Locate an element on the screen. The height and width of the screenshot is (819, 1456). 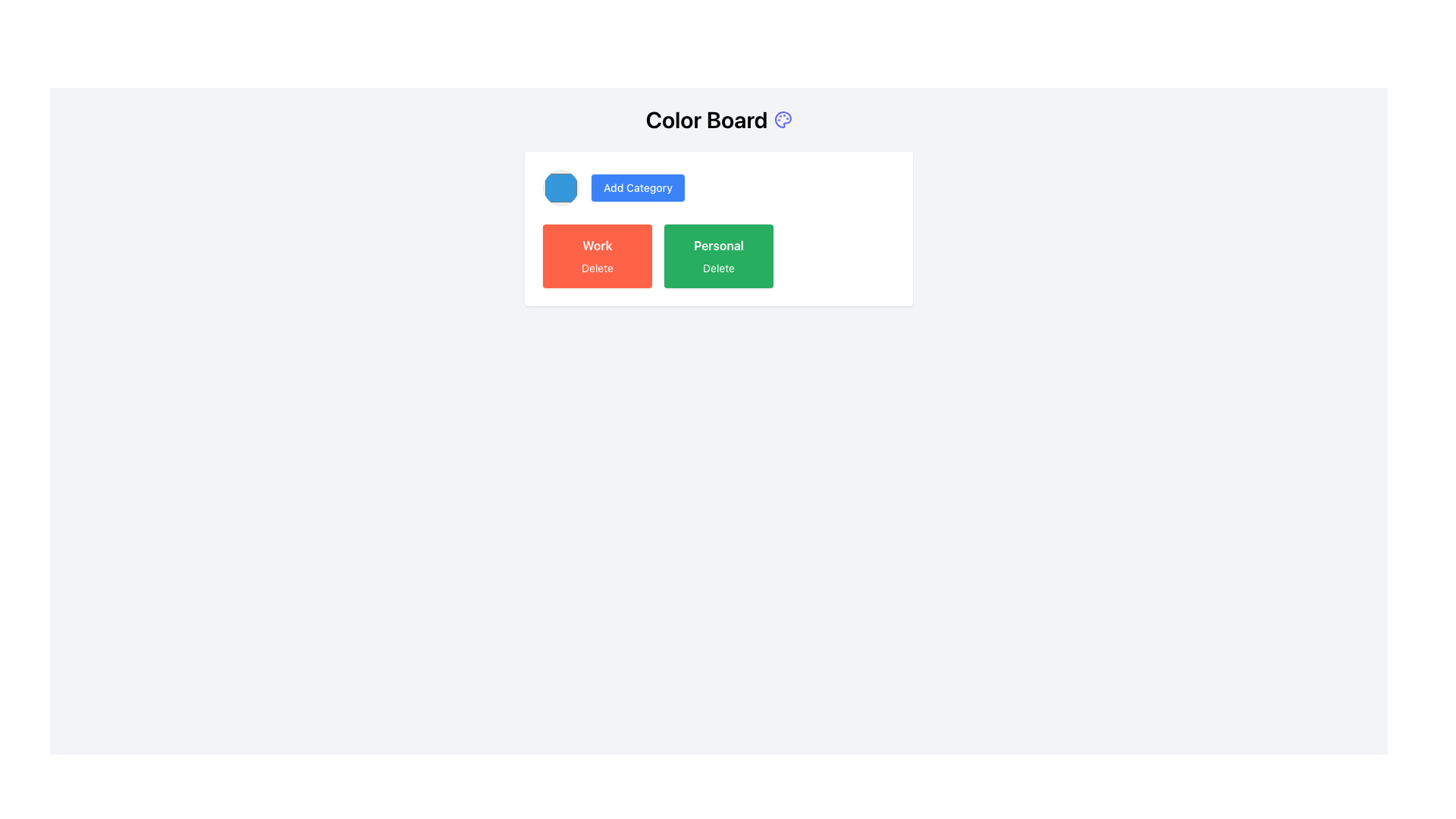
the 'Delete' label on the red-orange button with the title 'Work' is located at coordinates (596, 256).